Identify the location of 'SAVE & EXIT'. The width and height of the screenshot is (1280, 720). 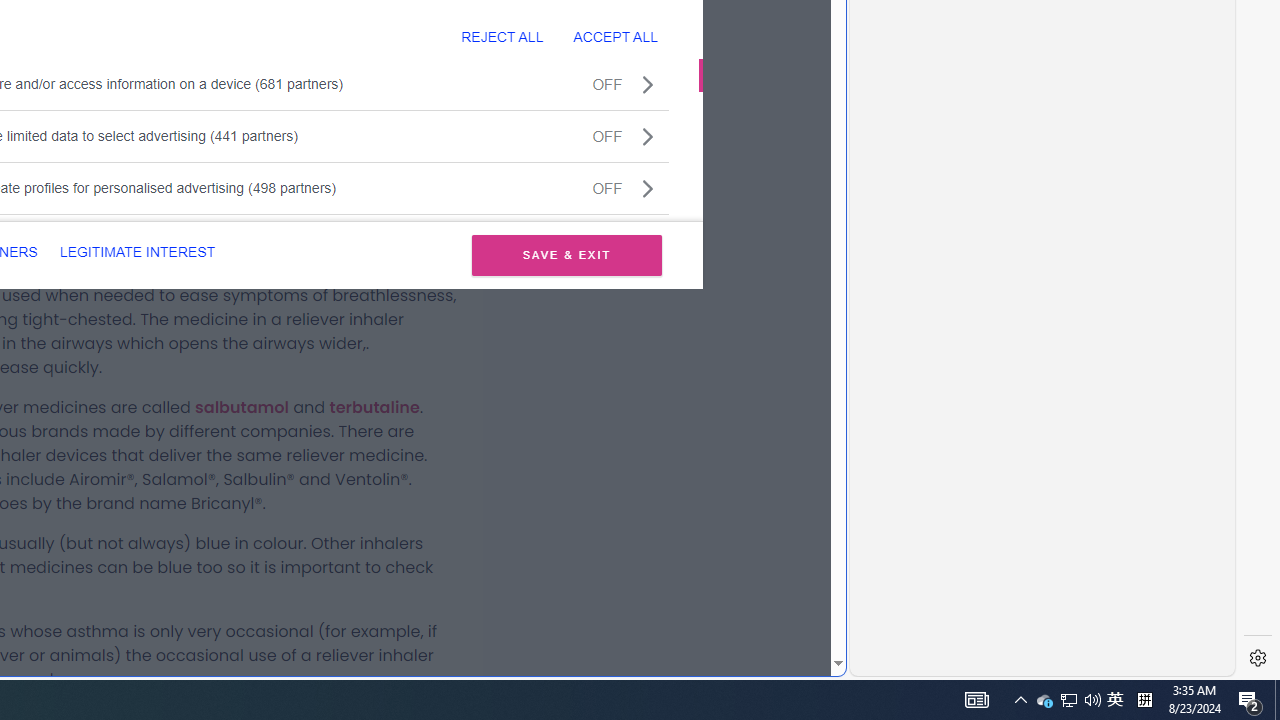
(566, 254).